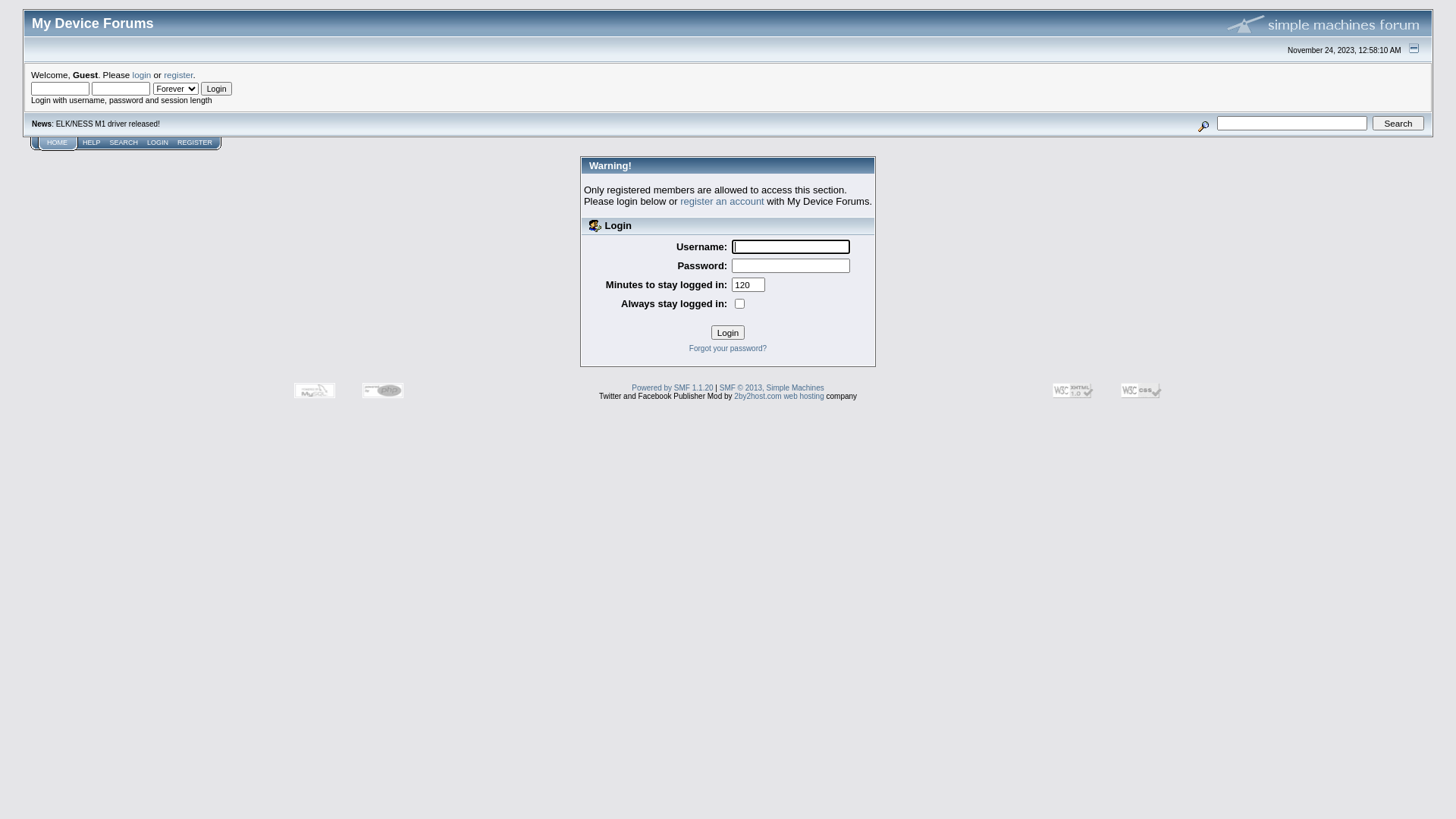 Image resolution: width=1456 pixels, height=819 pixels. Describe the element at coordinates (157, 143) in the screenshot. I see `'LOGIN'` at that location.